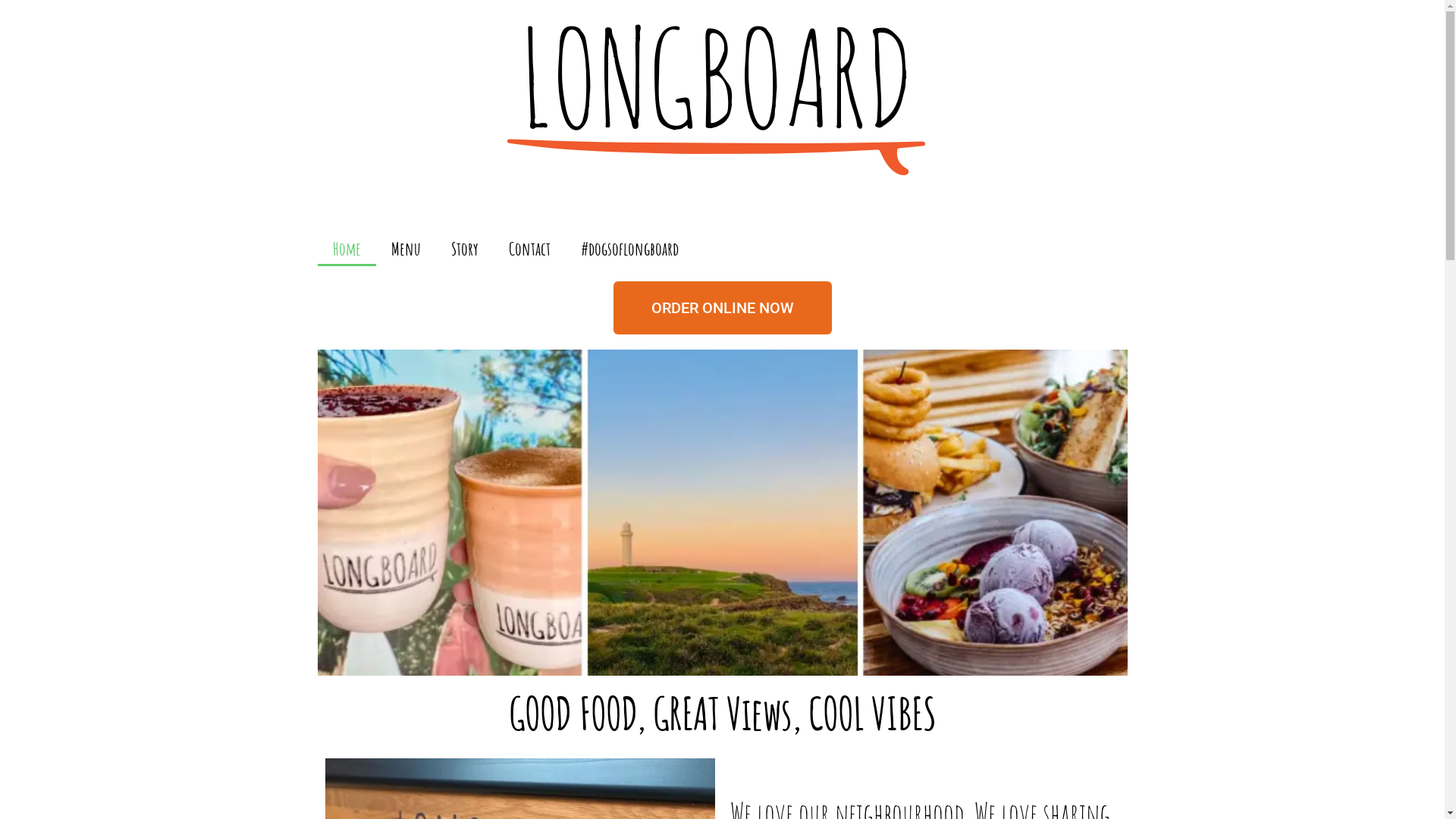 This screenshot has width=1456, height=819. I want to click on 'ORDER ONLINE NOW', so click(720, 307).